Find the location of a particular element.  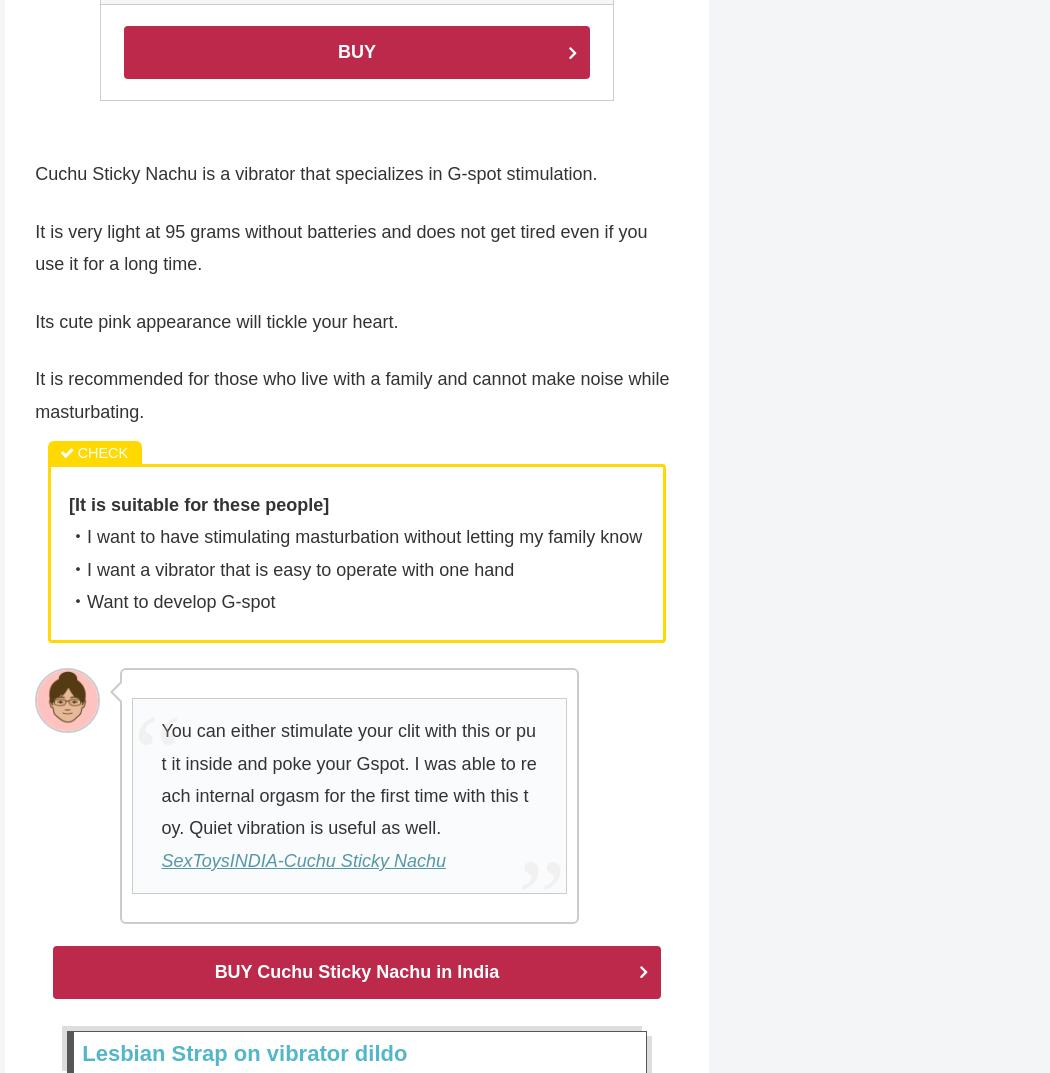

'・Want to develop G-spot' is located at coordinates (171, 602).